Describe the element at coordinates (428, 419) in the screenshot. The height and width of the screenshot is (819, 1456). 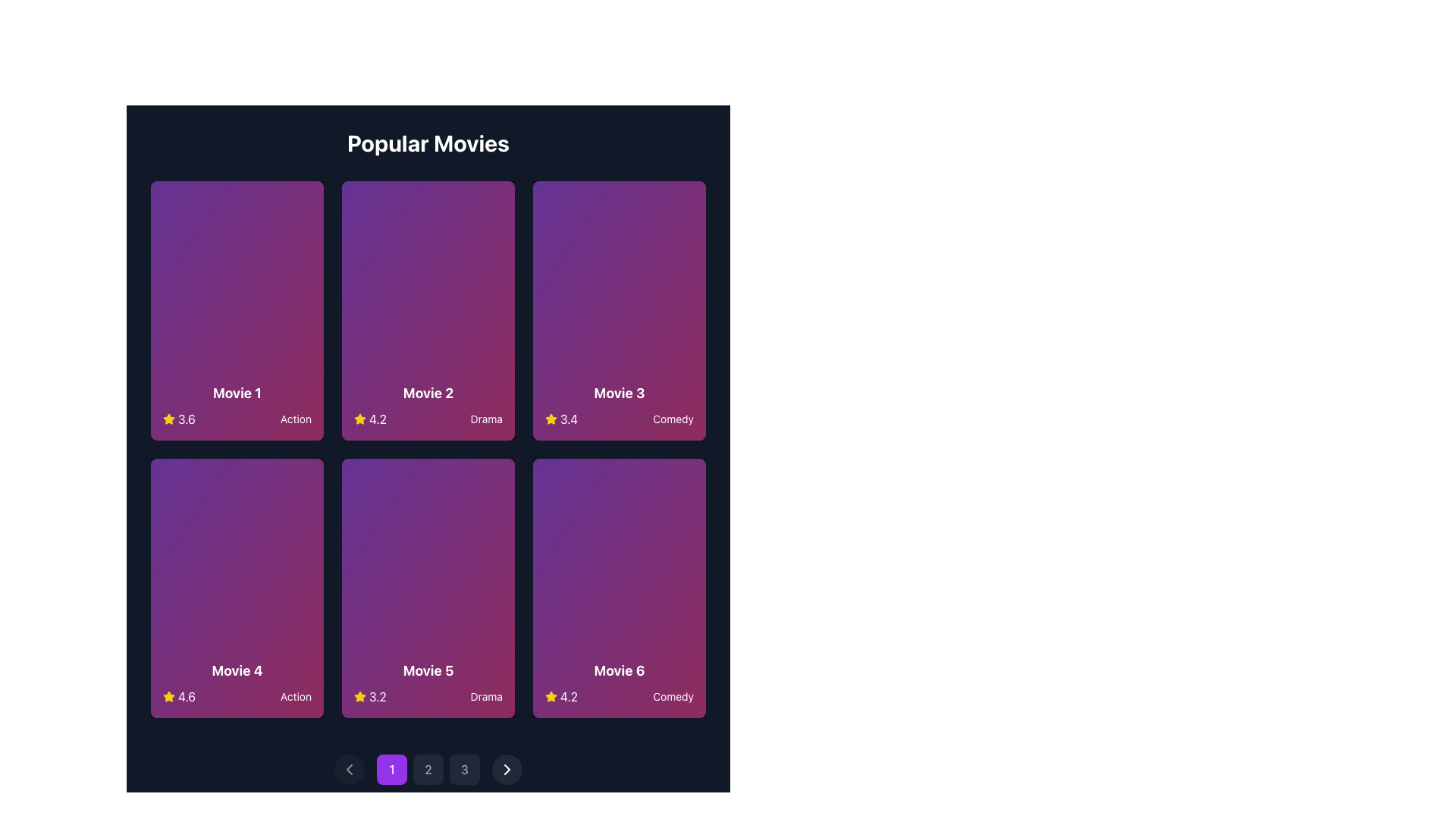
I see `the Rating and genre display component that shows a rating score of 4.2 and genre Drama, located in the lower part of the second card from the left in the top row of the grid layout, part of the card titled 'Movie 2'` at that location.